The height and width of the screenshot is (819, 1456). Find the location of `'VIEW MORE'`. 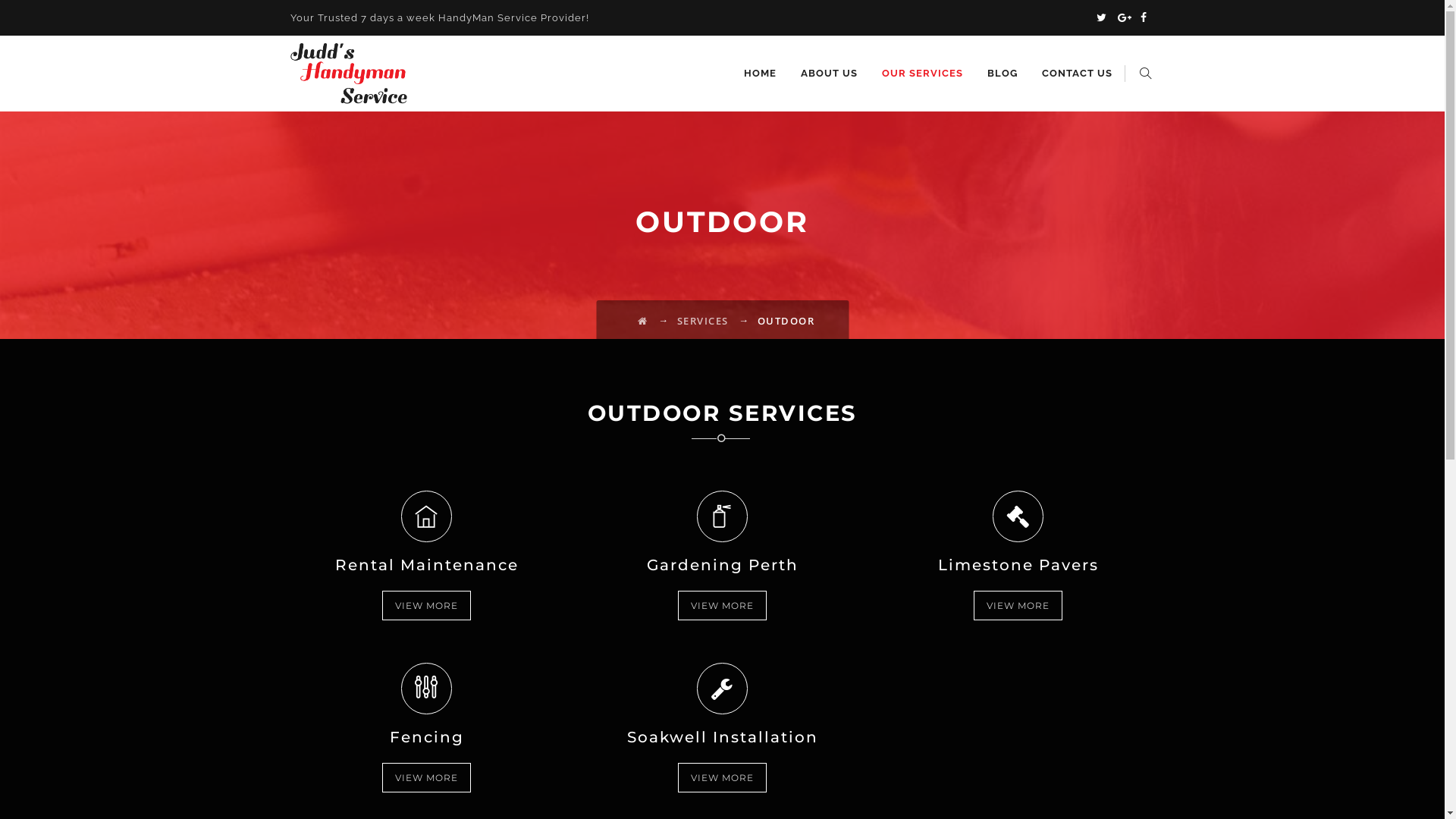

'VIEW MORE' is located at coordinates (382, 604).